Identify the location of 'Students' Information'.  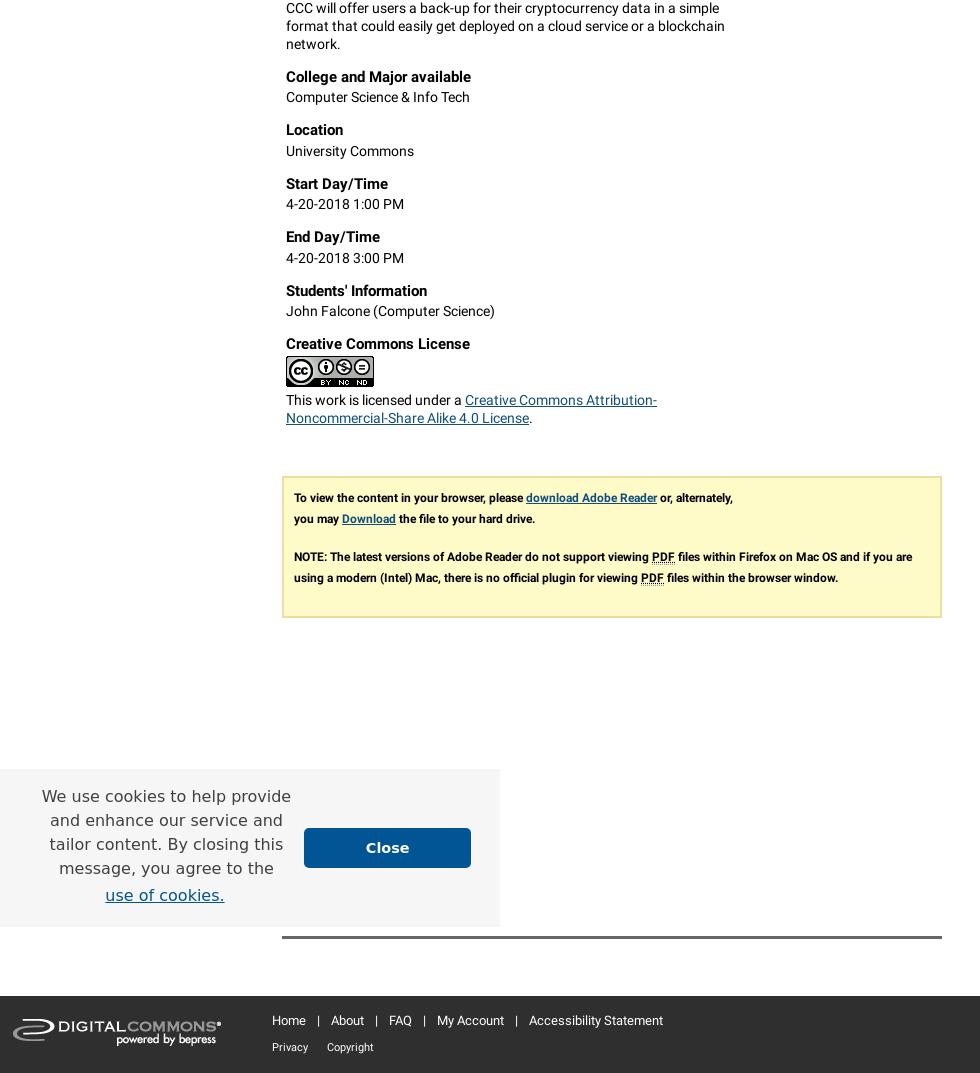
(285, 289).